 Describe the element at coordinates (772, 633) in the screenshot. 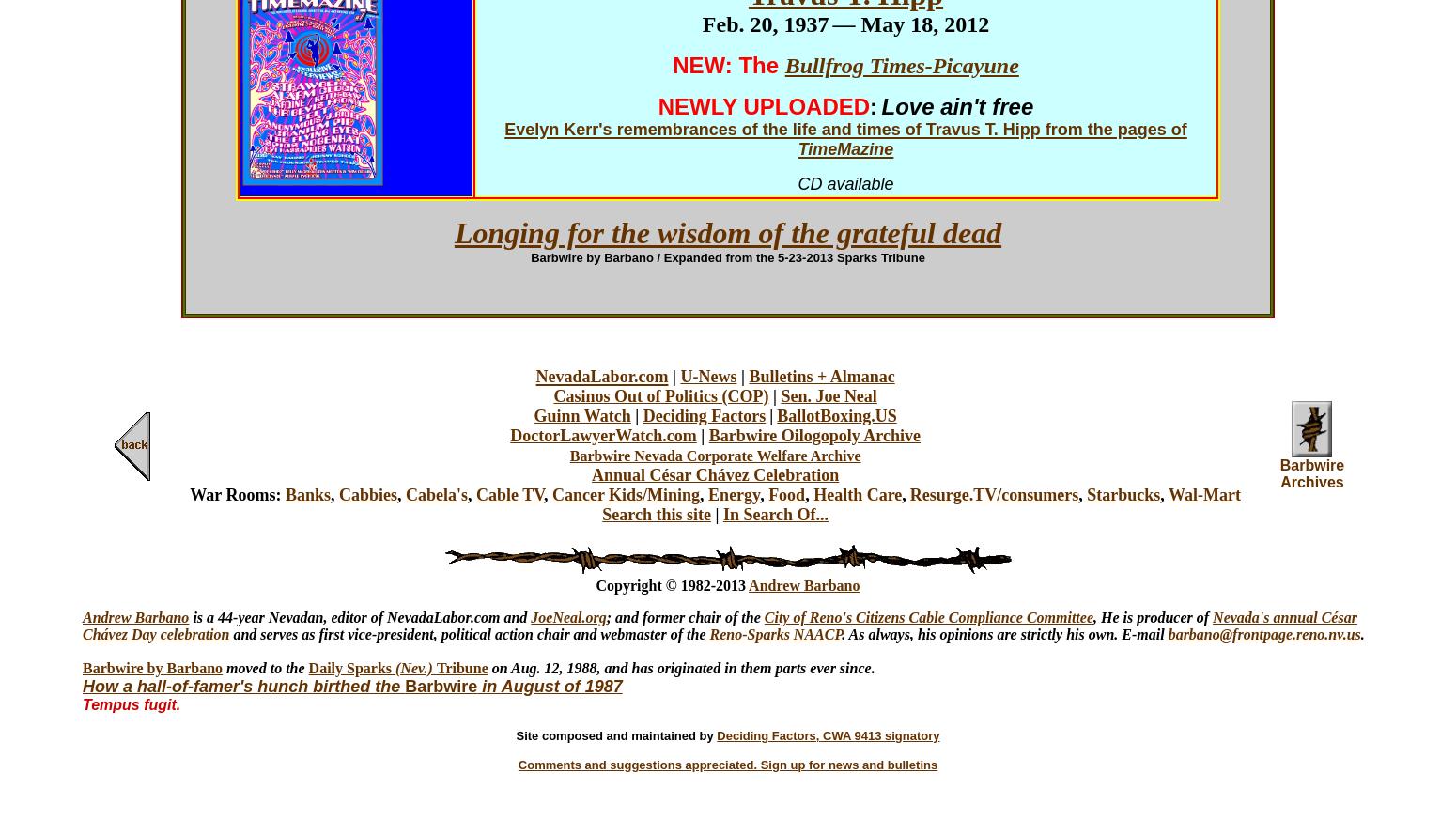

I see `'Reno-Sparks NAACP'` at that location.